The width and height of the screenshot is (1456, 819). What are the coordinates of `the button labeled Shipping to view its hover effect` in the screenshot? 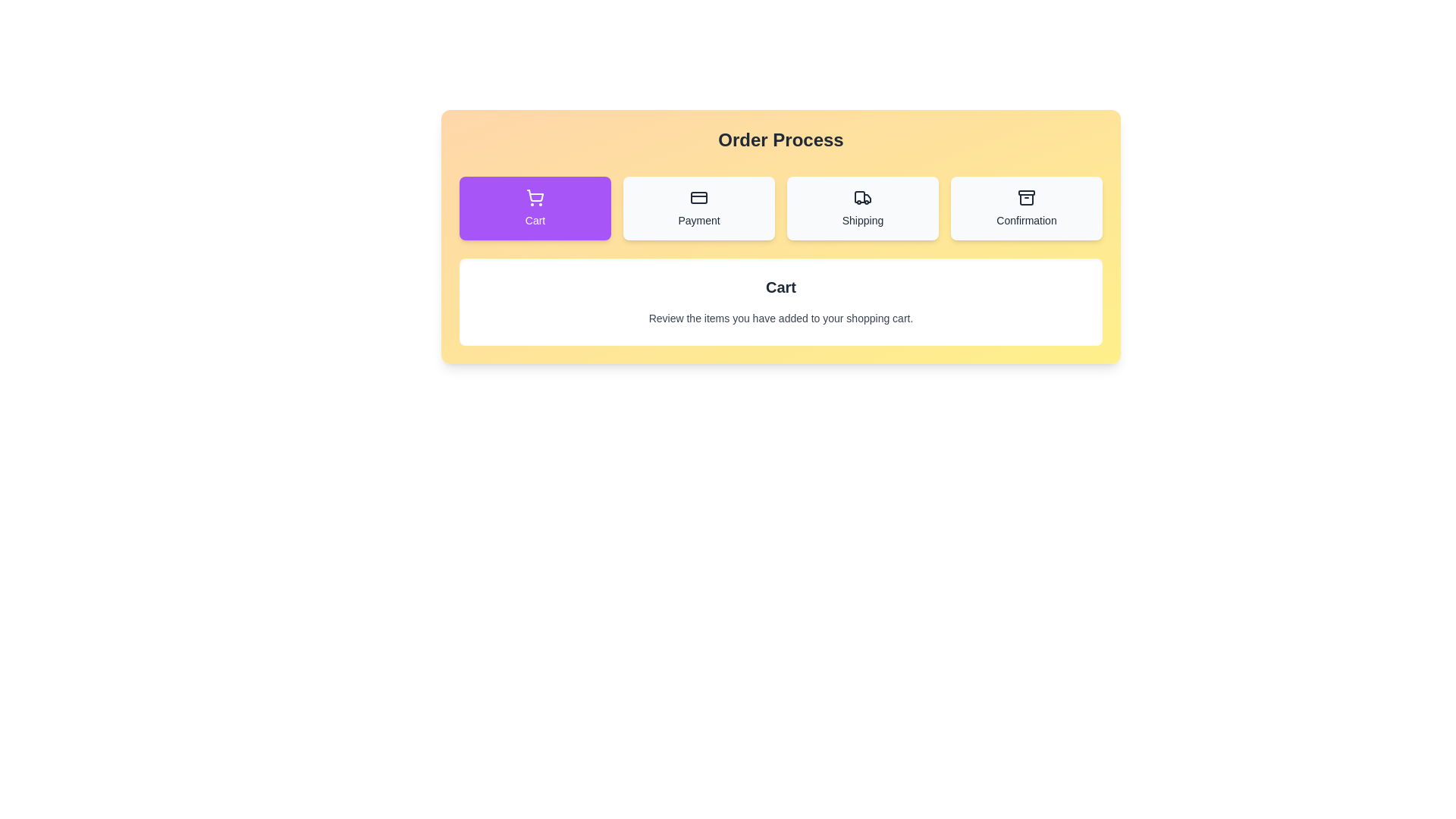 It's located at (862, 208).